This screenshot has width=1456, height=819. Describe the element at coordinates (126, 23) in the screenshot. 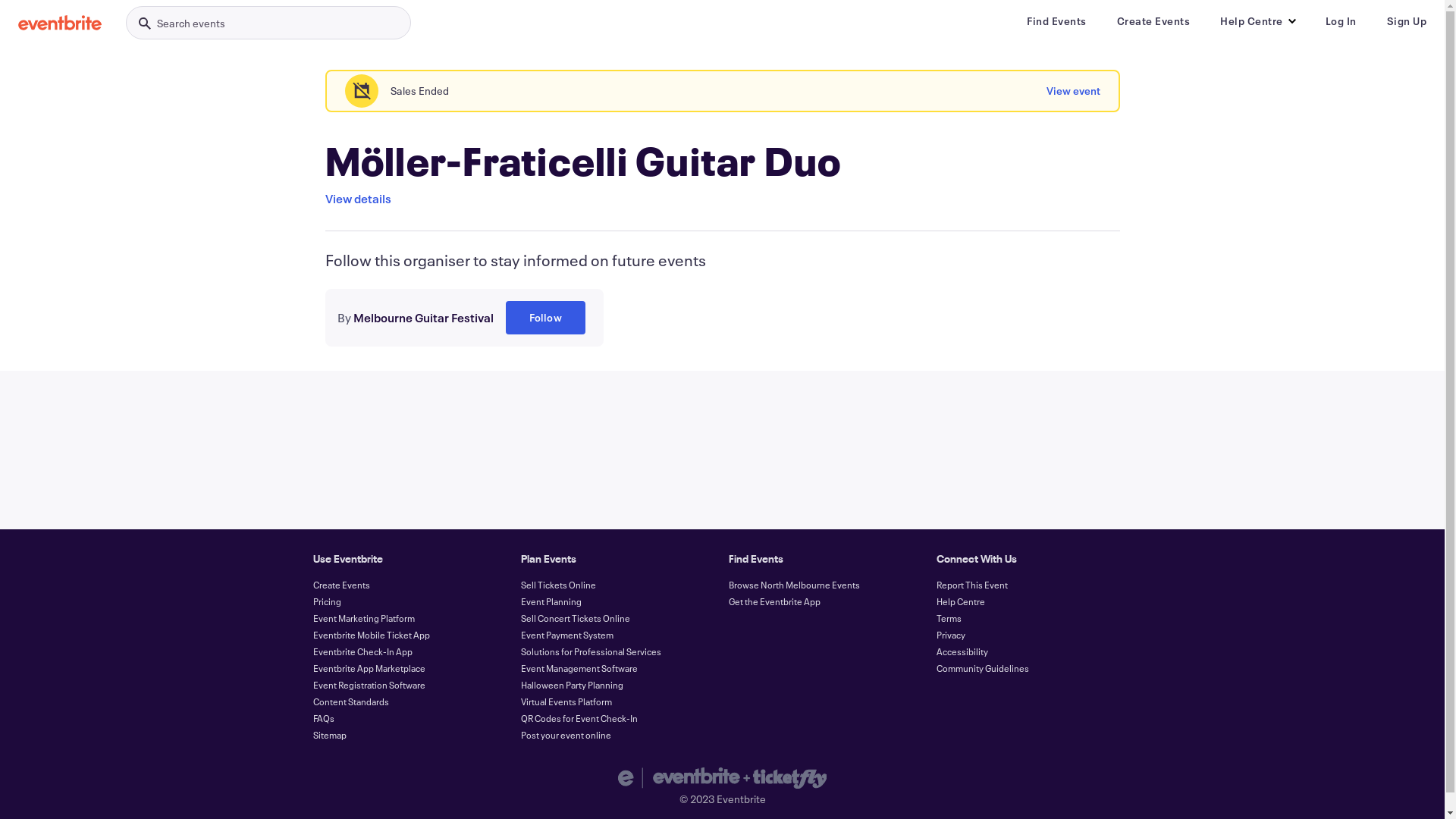

I see `'Search events'` at that location.